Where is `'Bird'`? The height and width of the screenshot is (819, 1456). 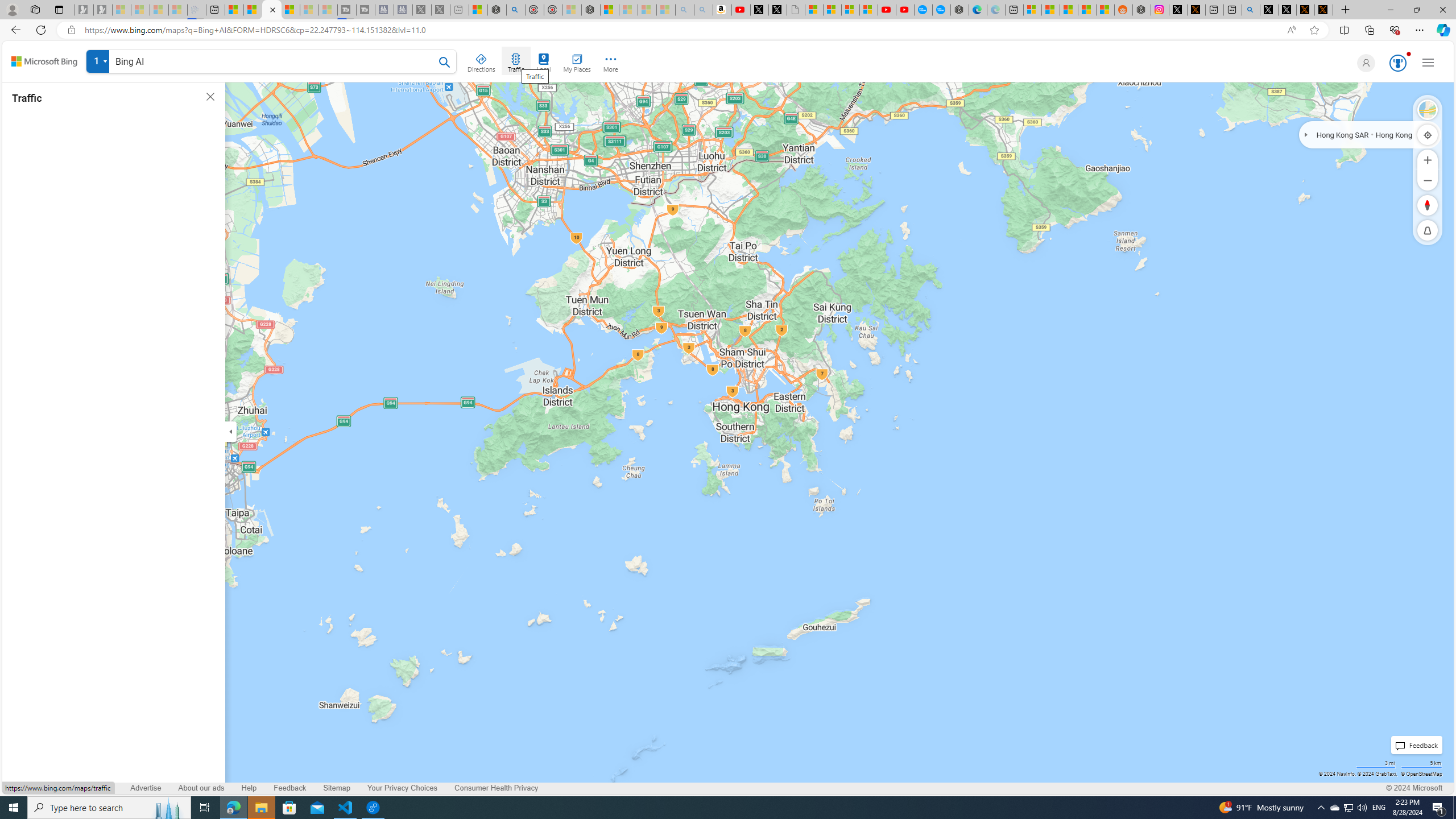 'Bird' is located at coordinates (1428, 109).